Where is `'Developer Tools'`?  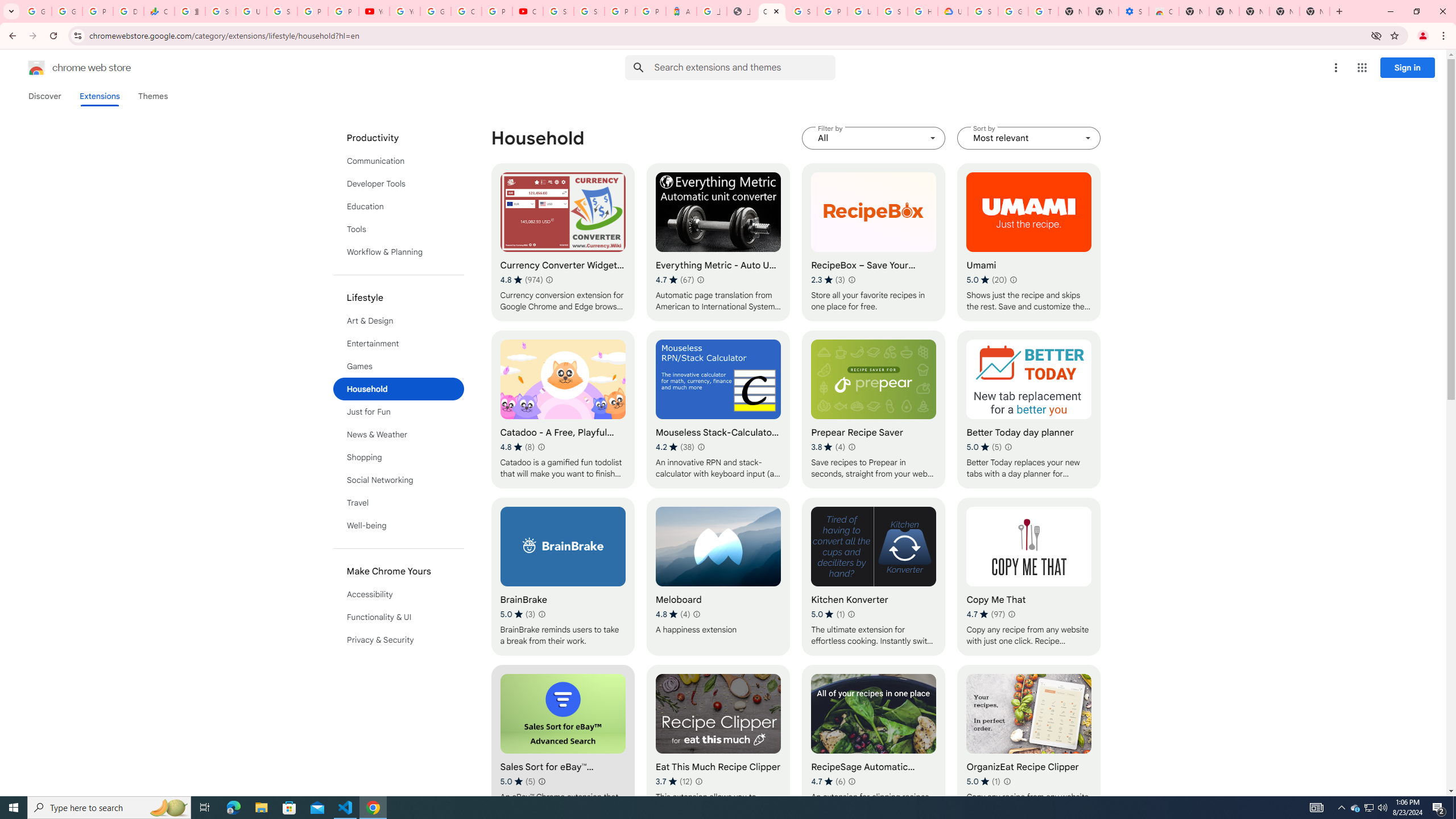
'Developer Tools' is located at coordinates (399, 183).